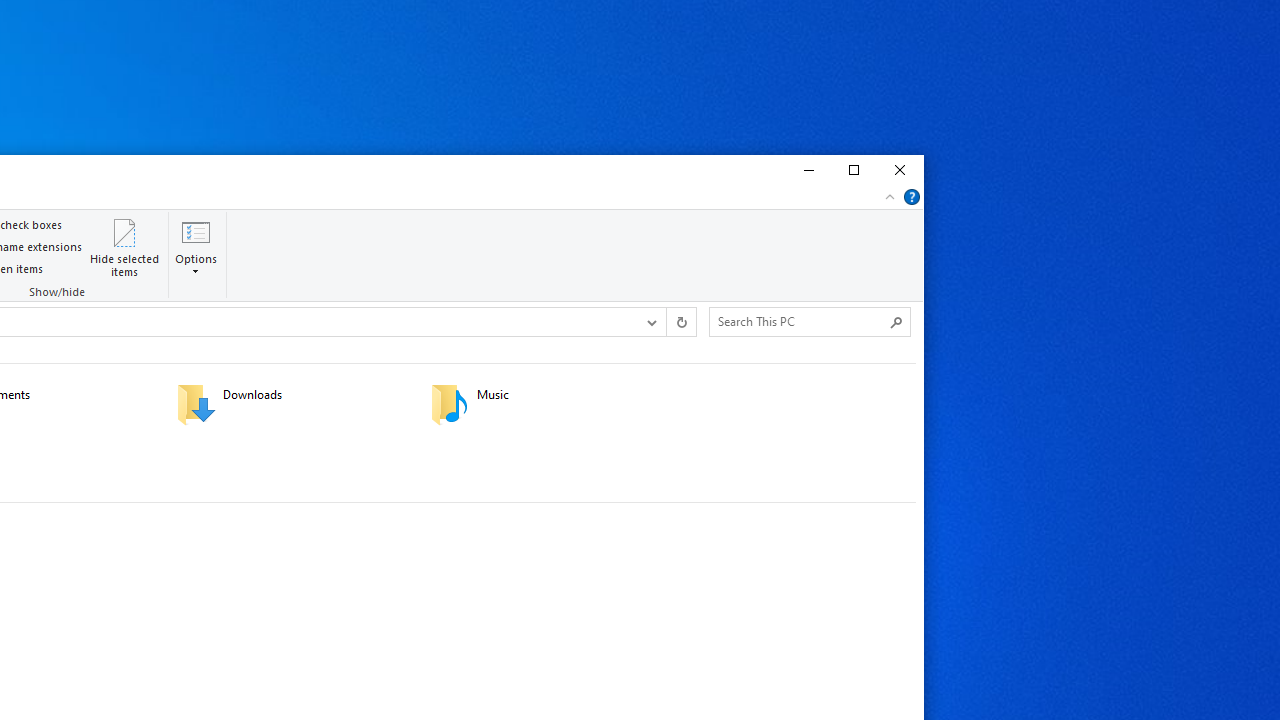 The image size is (1280, 720). Describe the element at coordinates (899, 170) in the screenshot. I see `'Close'` at that location.